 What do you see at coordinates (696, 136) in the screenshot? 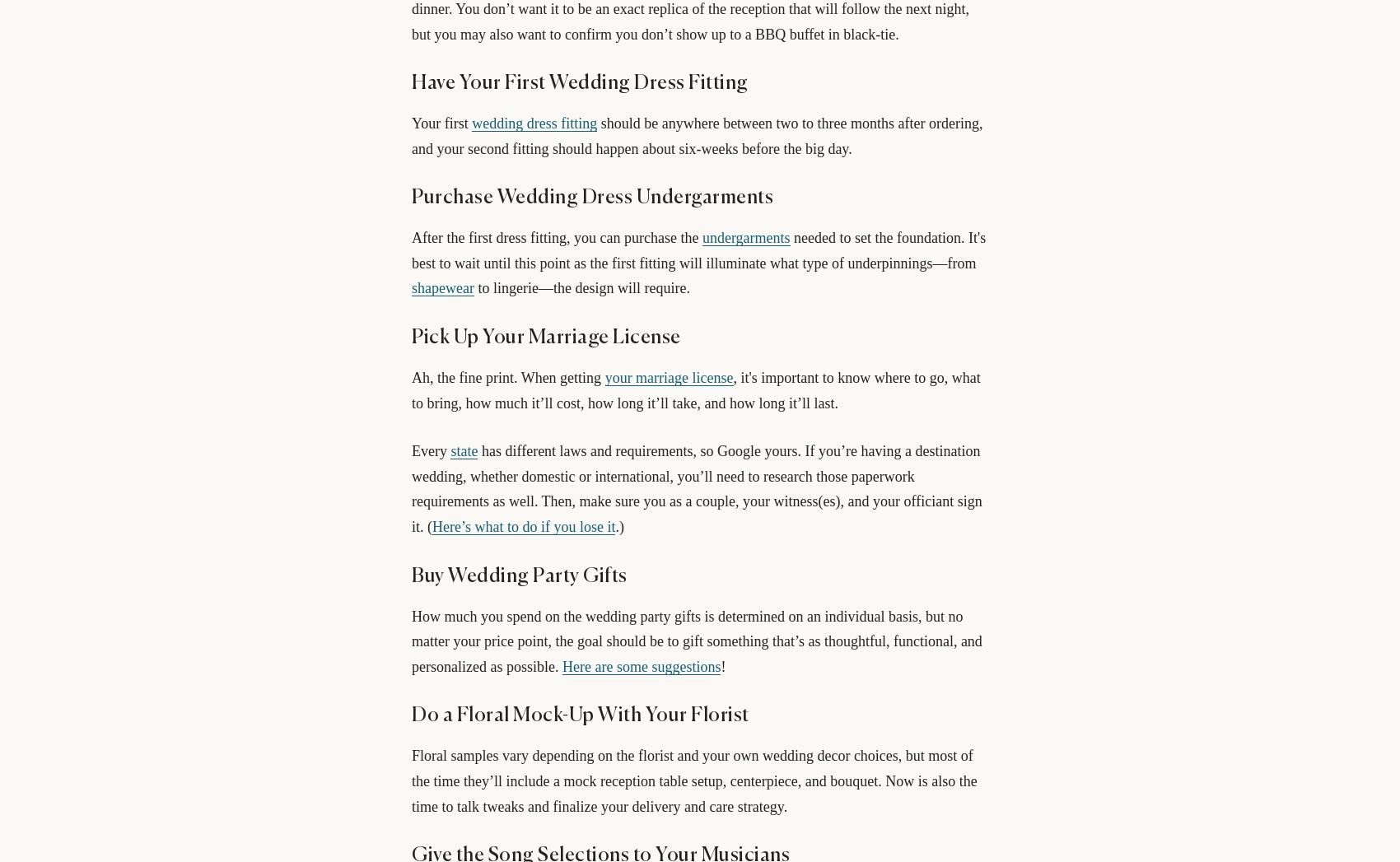
I see `'should be anywhere between two to three months after ordering, and your second fitting should happen about six-weeks before the big day.'` at bounding box center [696, 136].